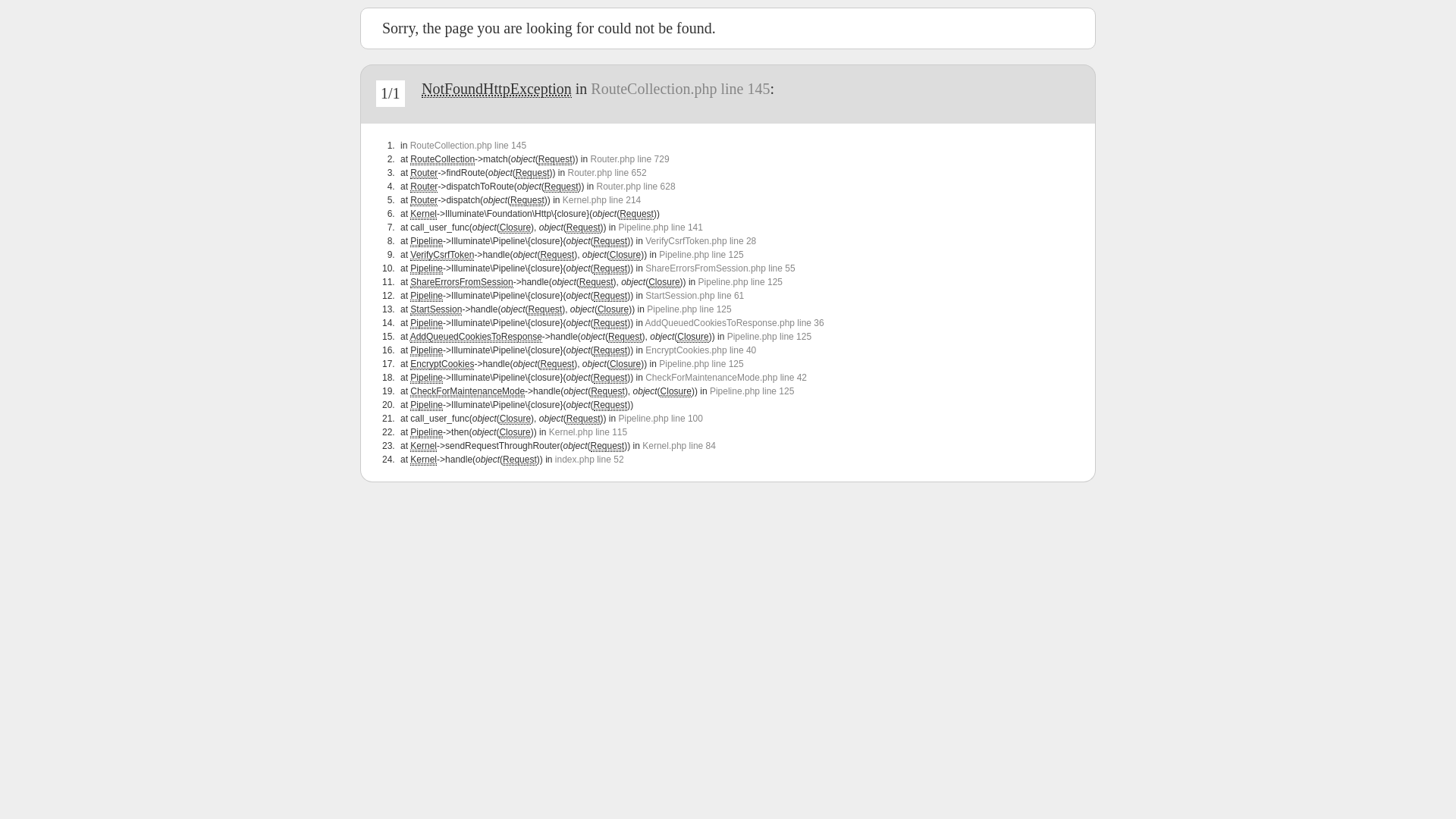  Describe the element at coordinates (629, 158) in the screenshot. I see `'Router.php line 729'` at that location.